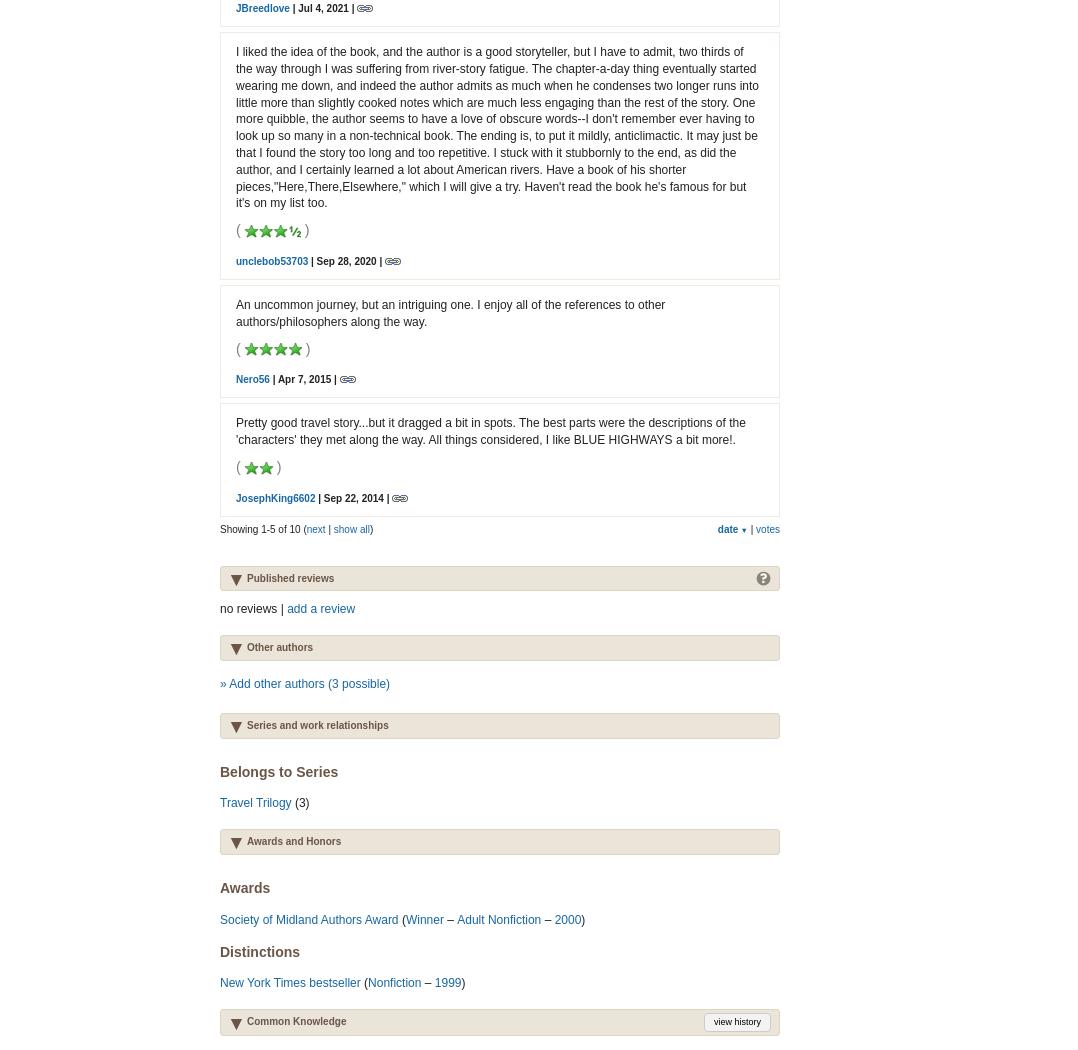 Image resolution: width=1078 pixels, height=1050 pixels. Describe the element at coordinates (275, 496) in the screenshot. I see `'JosephKing6602'` at that location.